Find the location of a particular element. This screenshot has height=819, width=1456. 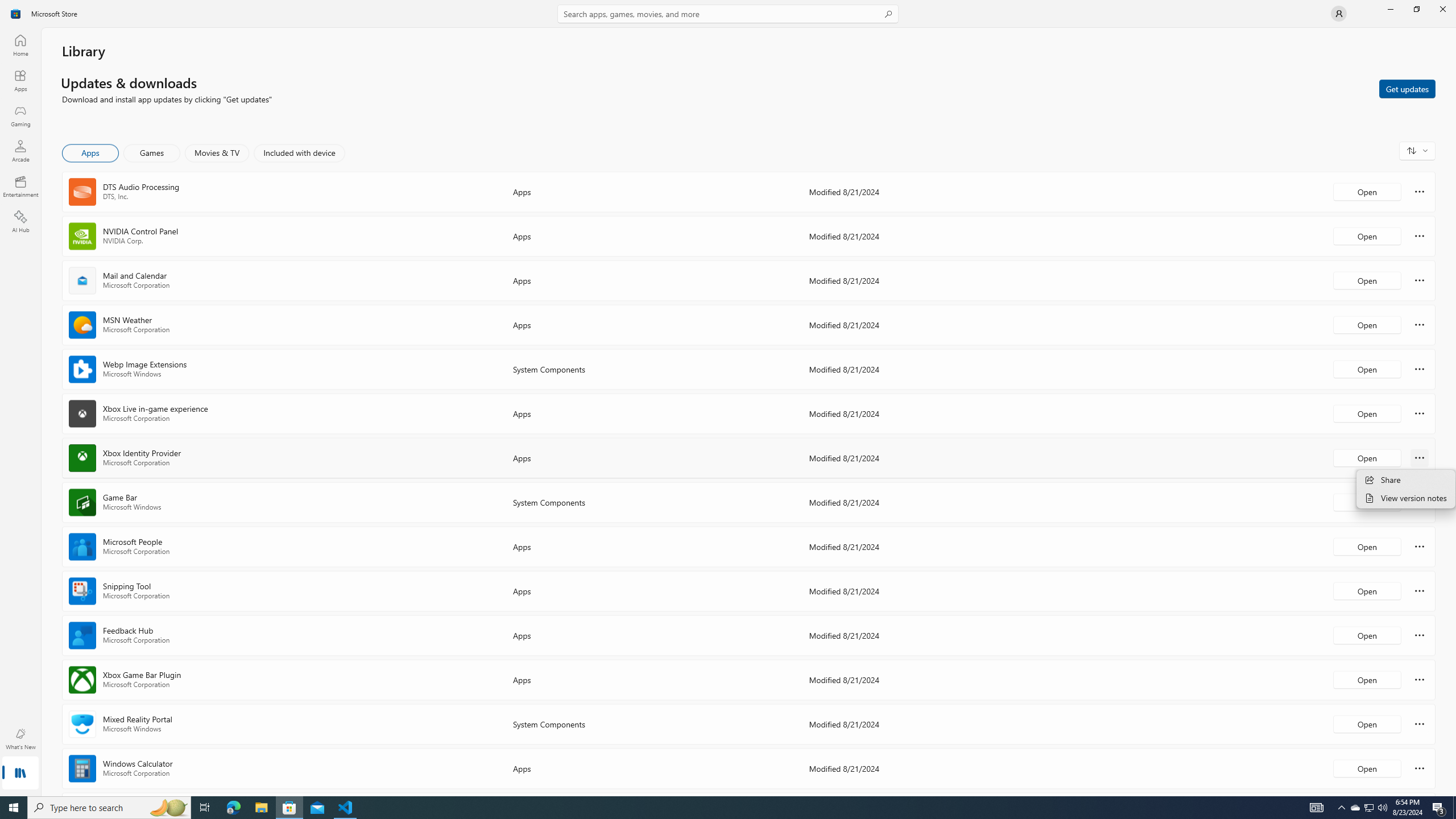

'More options' is located at coordinates (1419, 767).